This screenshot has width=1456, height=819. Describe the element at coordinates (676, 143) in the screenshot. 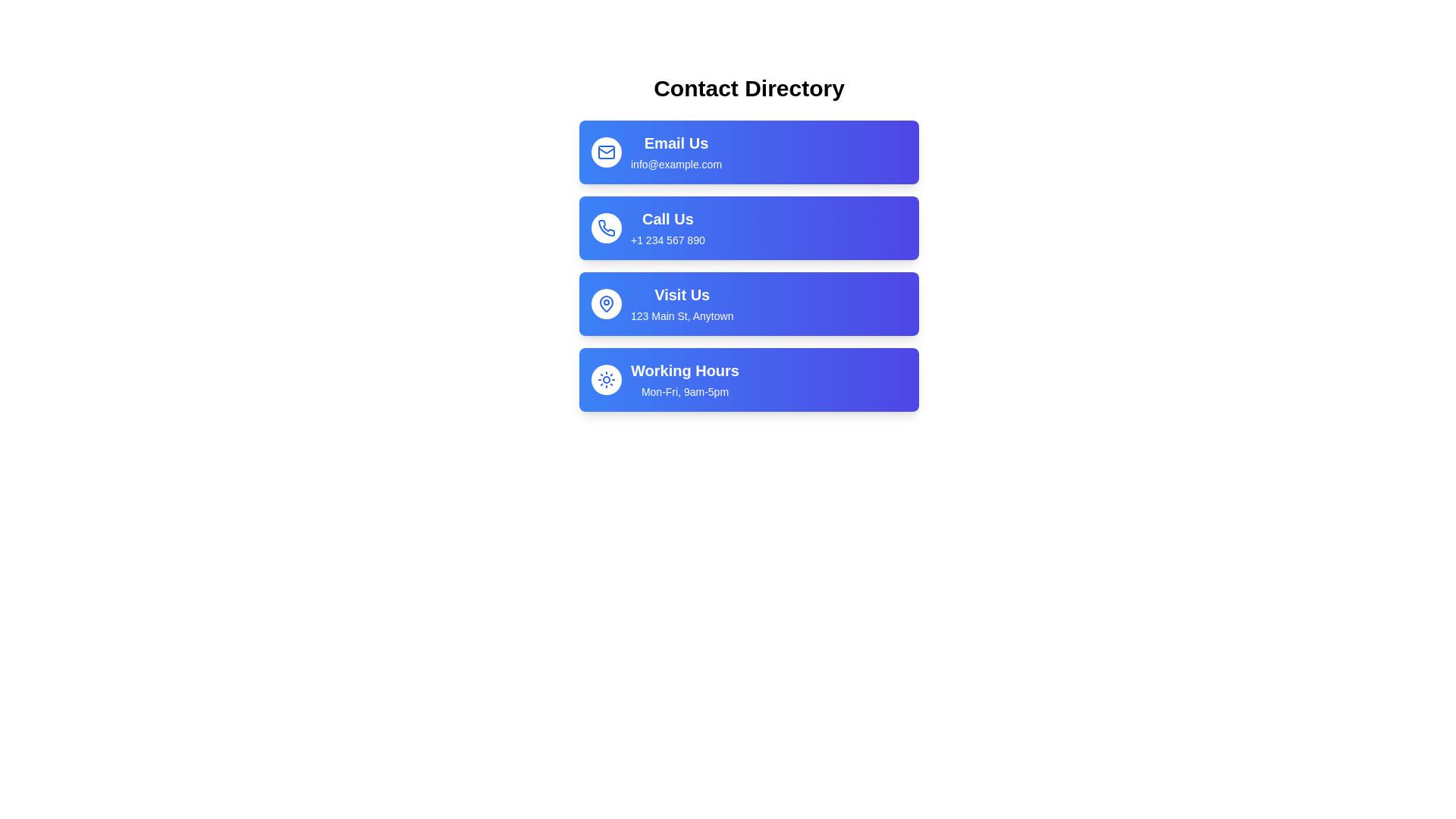

I see `the 'Email Us' text label which is bold and large-sized, placed on a blue rectangular background` at that location.